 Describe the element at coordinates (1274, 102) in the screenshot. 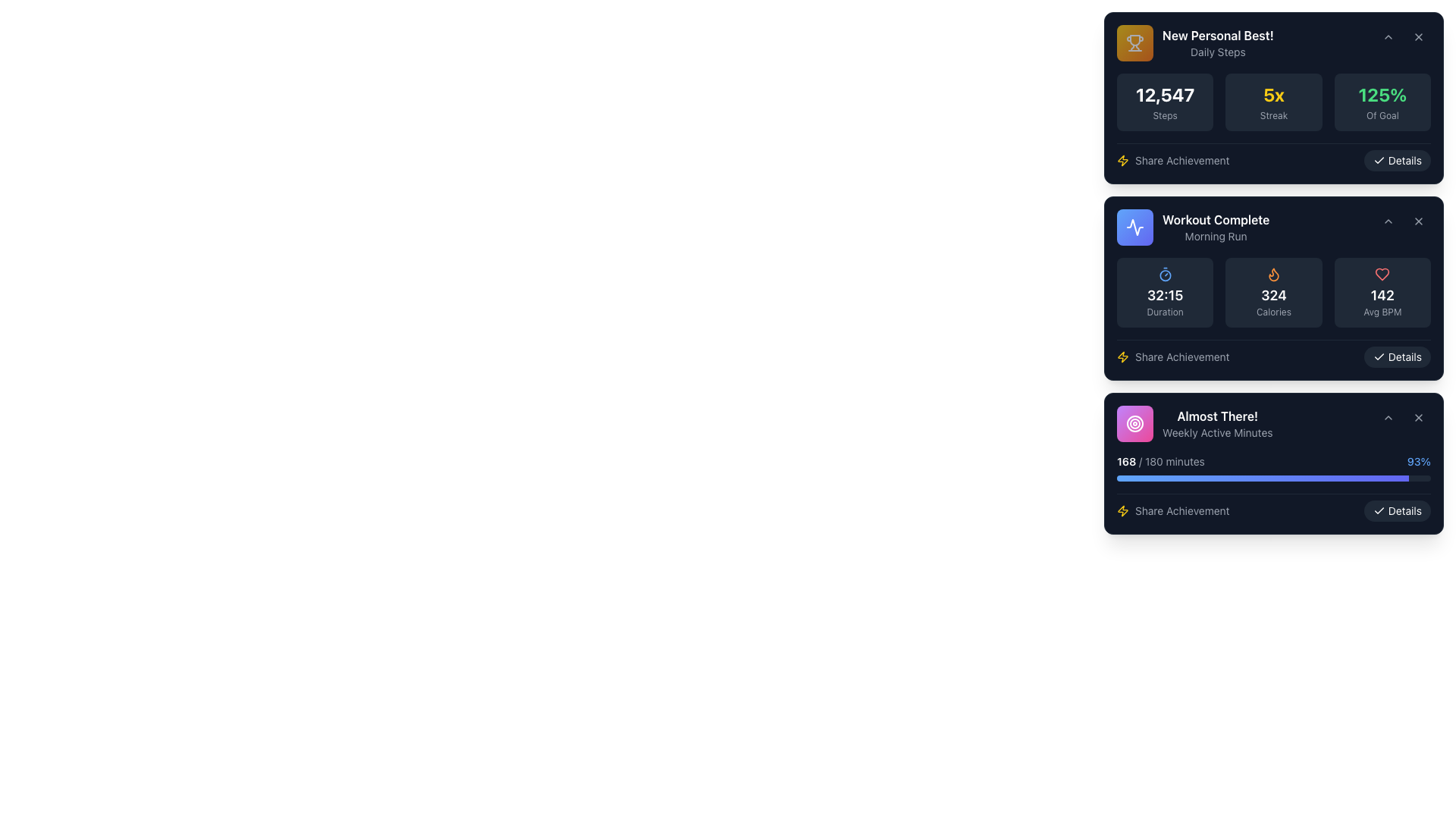

I see `the Static informational panel which features a dark gray background with rounded corners, displaying '5x' in yellow and 'Streak' in light gray` at that location.